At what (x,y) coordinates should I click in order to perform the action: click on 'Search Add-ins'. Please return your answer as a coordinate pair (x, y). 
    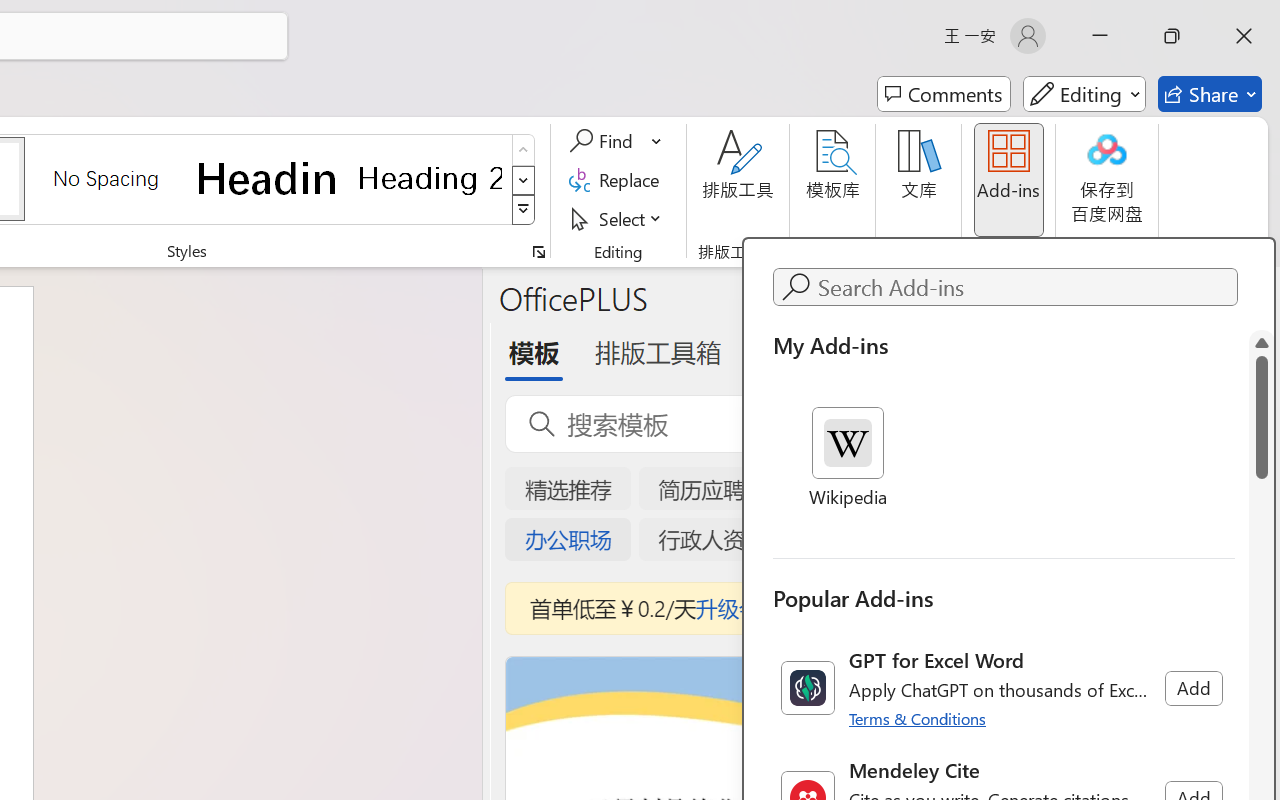
    Looking at the image, I should click on (1024, 287).